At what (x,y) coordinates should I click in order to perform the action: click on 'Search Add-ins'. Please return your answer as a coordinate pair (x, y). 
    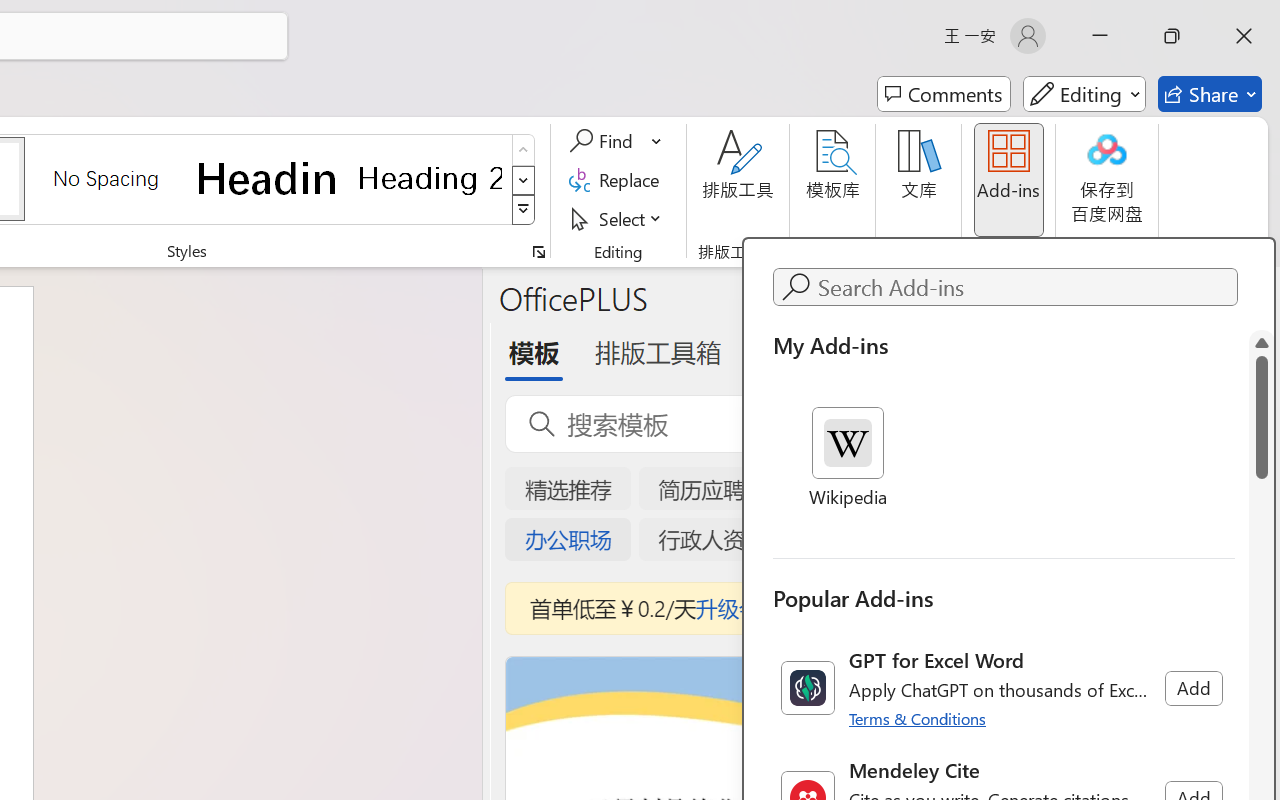
    Looking at the image, I should click on (1024, 287).